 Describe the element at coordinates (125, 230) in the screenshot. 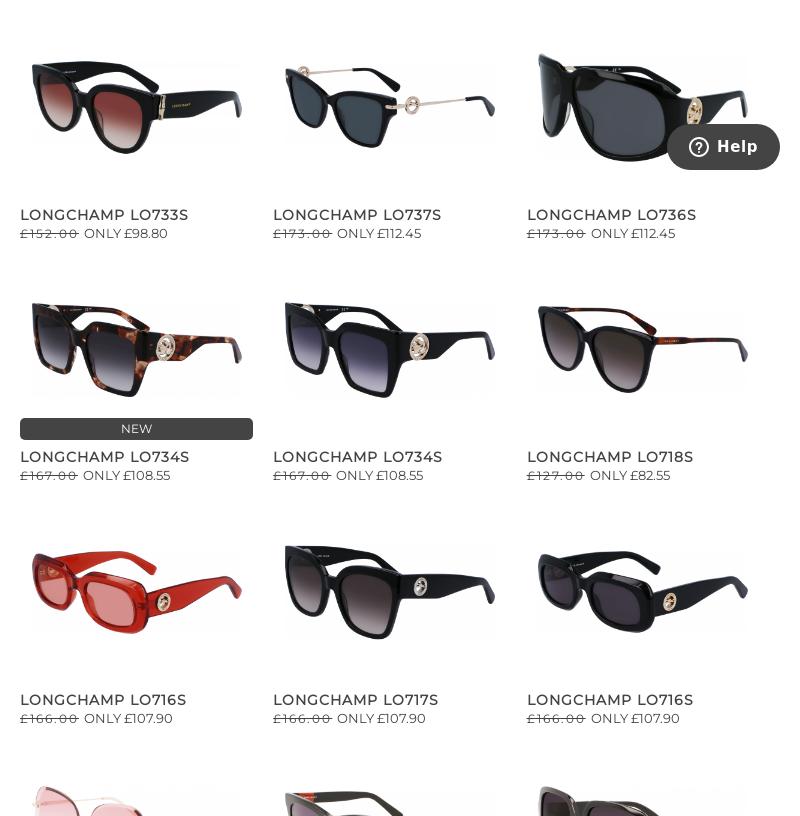

I see `'Only £98.80'` at that location.